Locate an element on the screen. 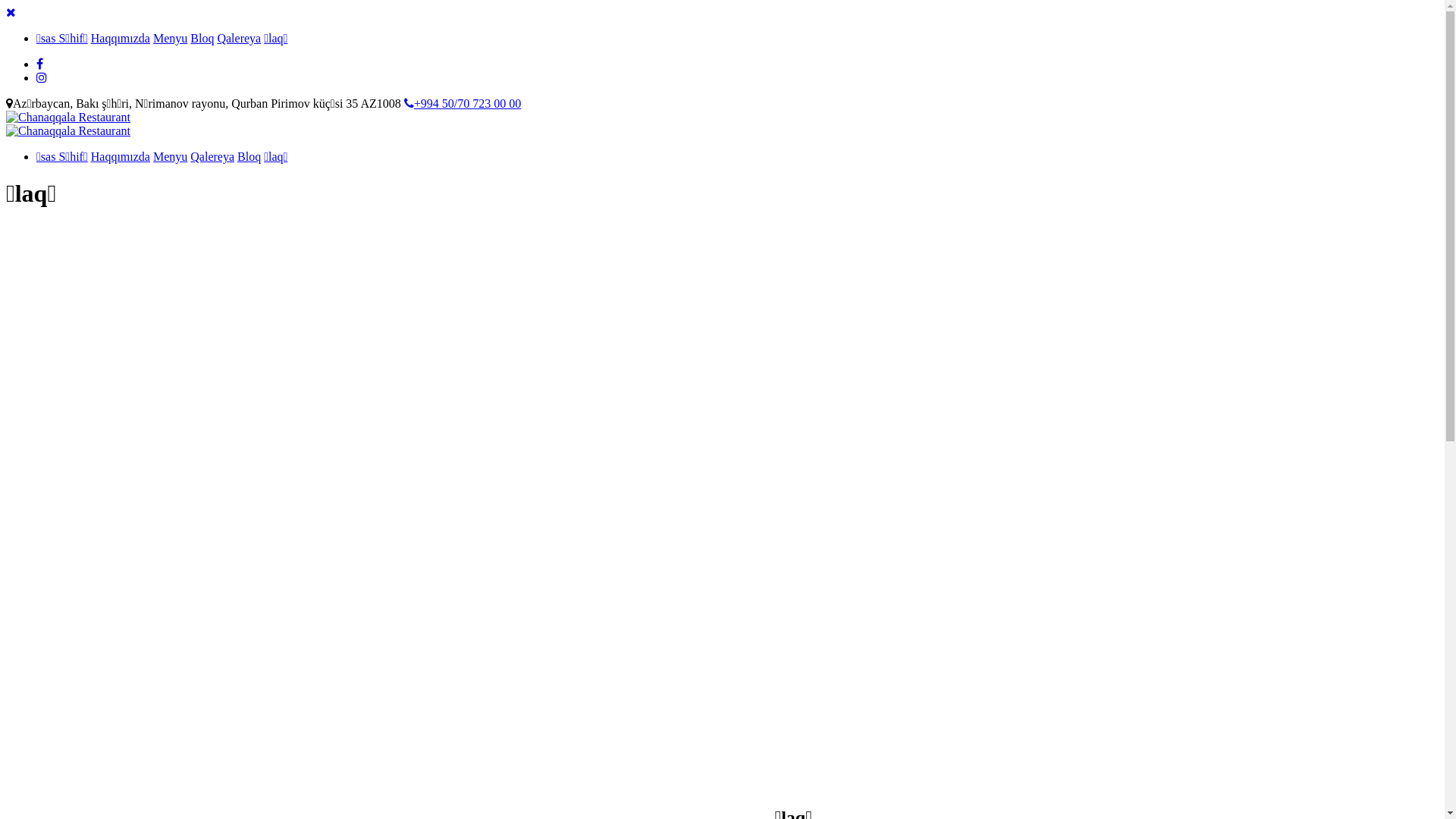 The image size is (1456, 819). 'Bloq' is located at coordinates (249, 156).